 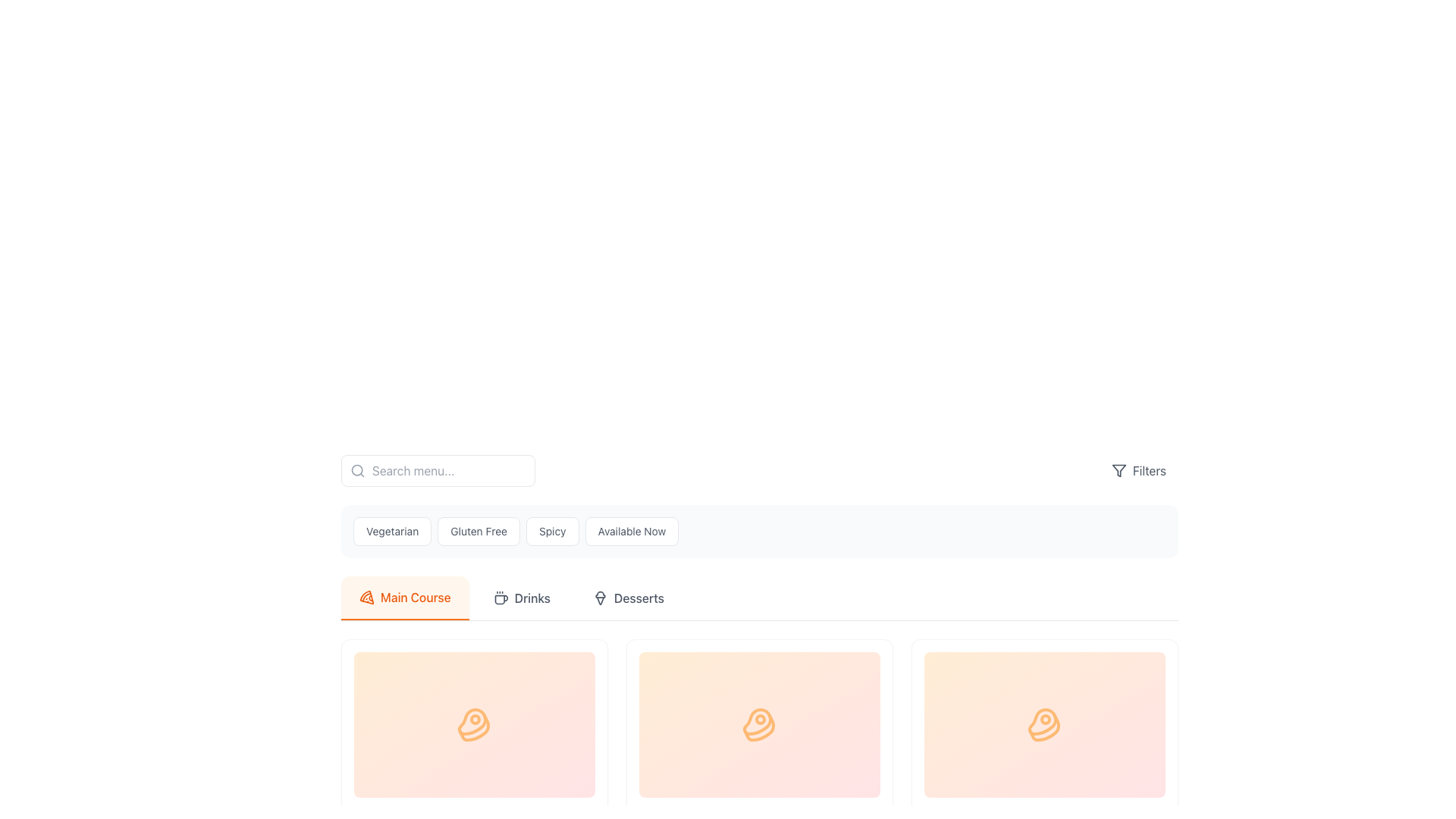 I want to click on the 'Search' icon represented by a gray magnifying glass located at the top left corner of the search input box as a visual indicator, so click(x=356, y=470).